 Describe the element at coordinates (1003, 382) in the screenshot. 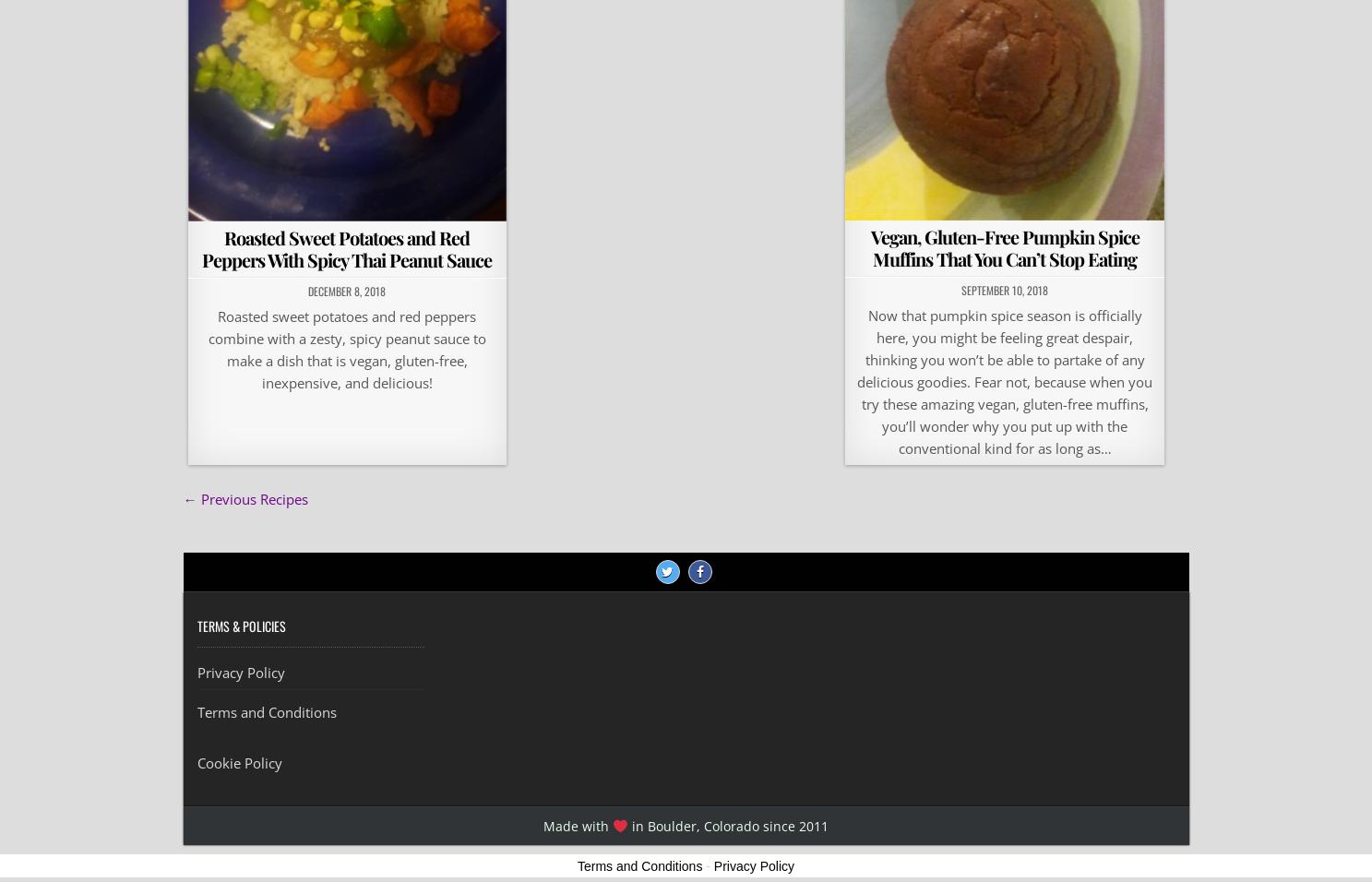

I see `'Now that pumpkin spice season is officially here, you might be feeling great despair, thinking you won’t be able to partake of any delicious goodies. Fear not, because when you try these amazing vegan, gluten-free muffins, you’ll wonder why you put up with the conventional kind for as long as…'` at that location.